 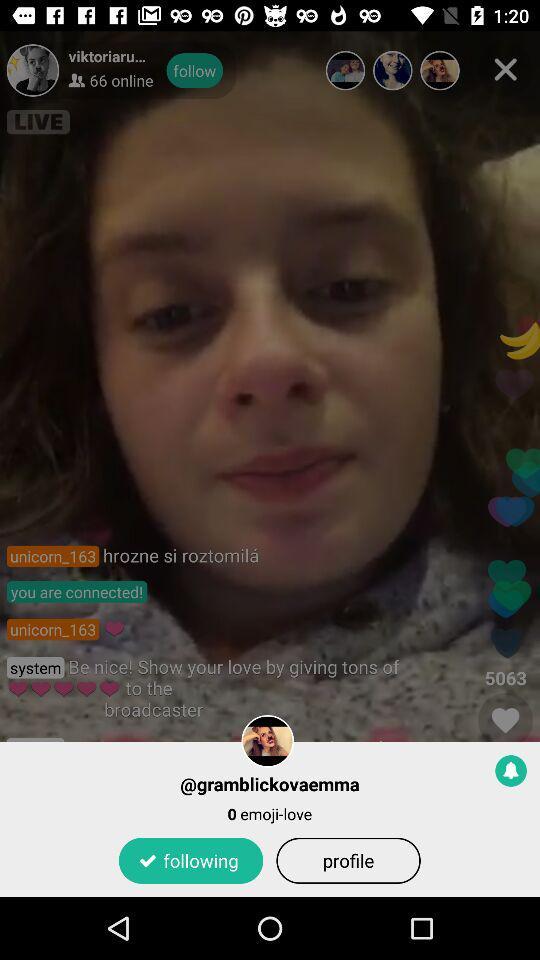 I want to click on the app to the left of the profile app, so click(x=191, y=859).